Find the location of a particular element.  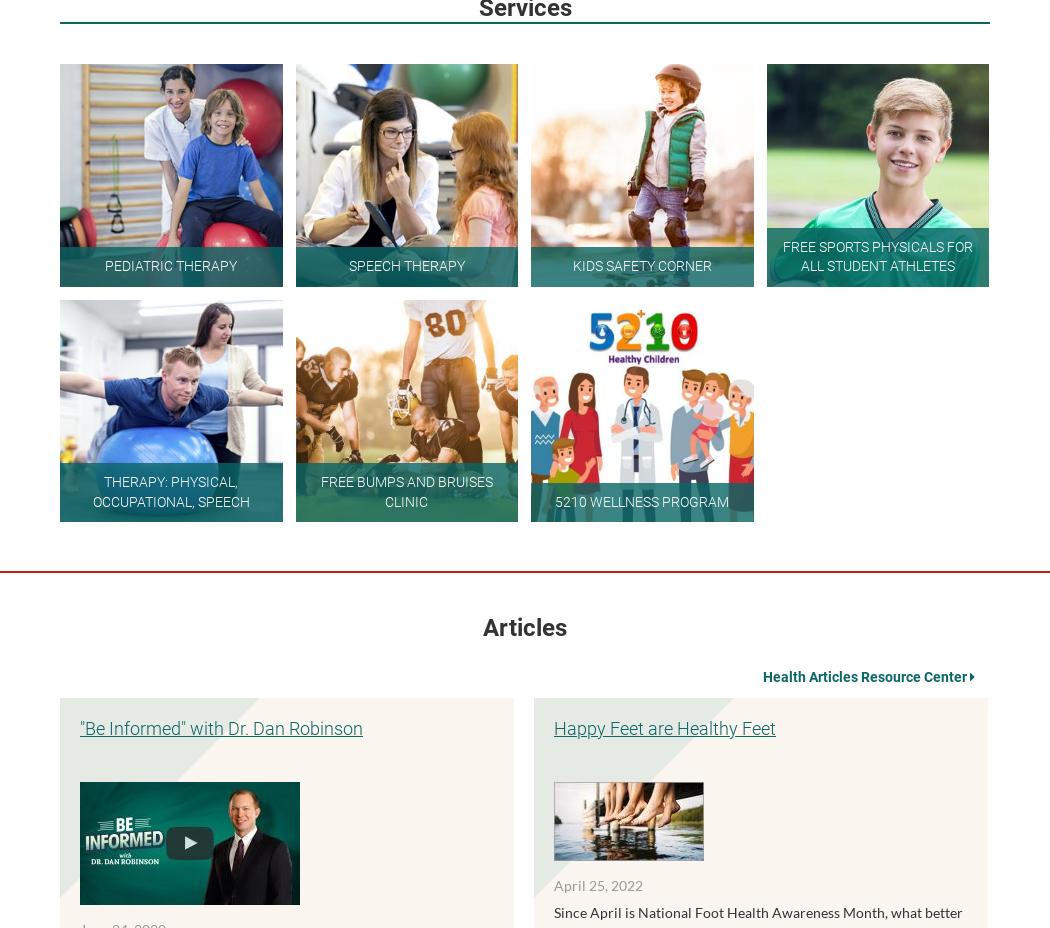

'Speech Therapy' is located at coordinates (406, 264).